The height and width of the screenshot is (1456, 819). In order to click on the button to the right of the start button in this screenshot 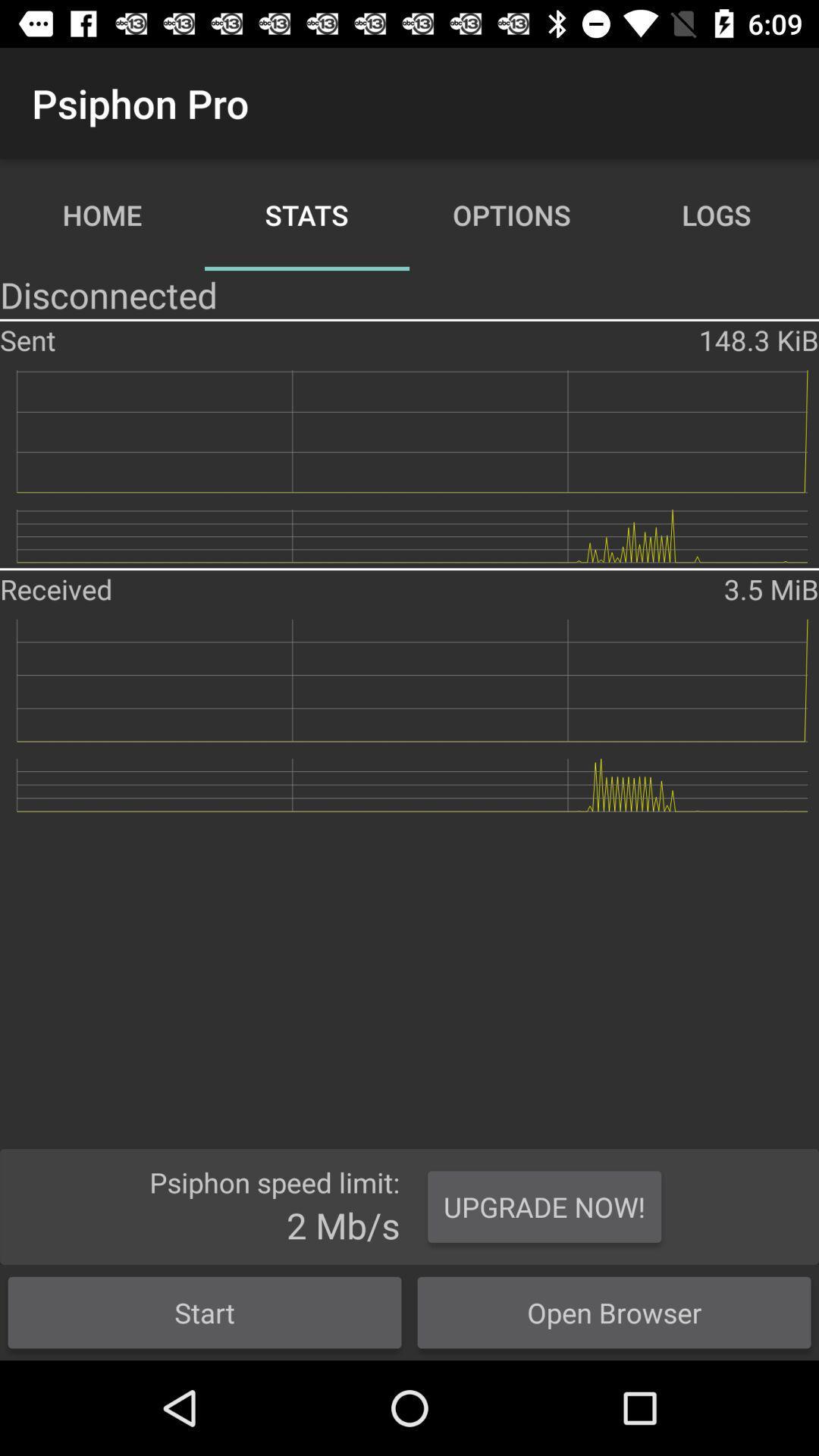, I will do `click(614, 1312)`.